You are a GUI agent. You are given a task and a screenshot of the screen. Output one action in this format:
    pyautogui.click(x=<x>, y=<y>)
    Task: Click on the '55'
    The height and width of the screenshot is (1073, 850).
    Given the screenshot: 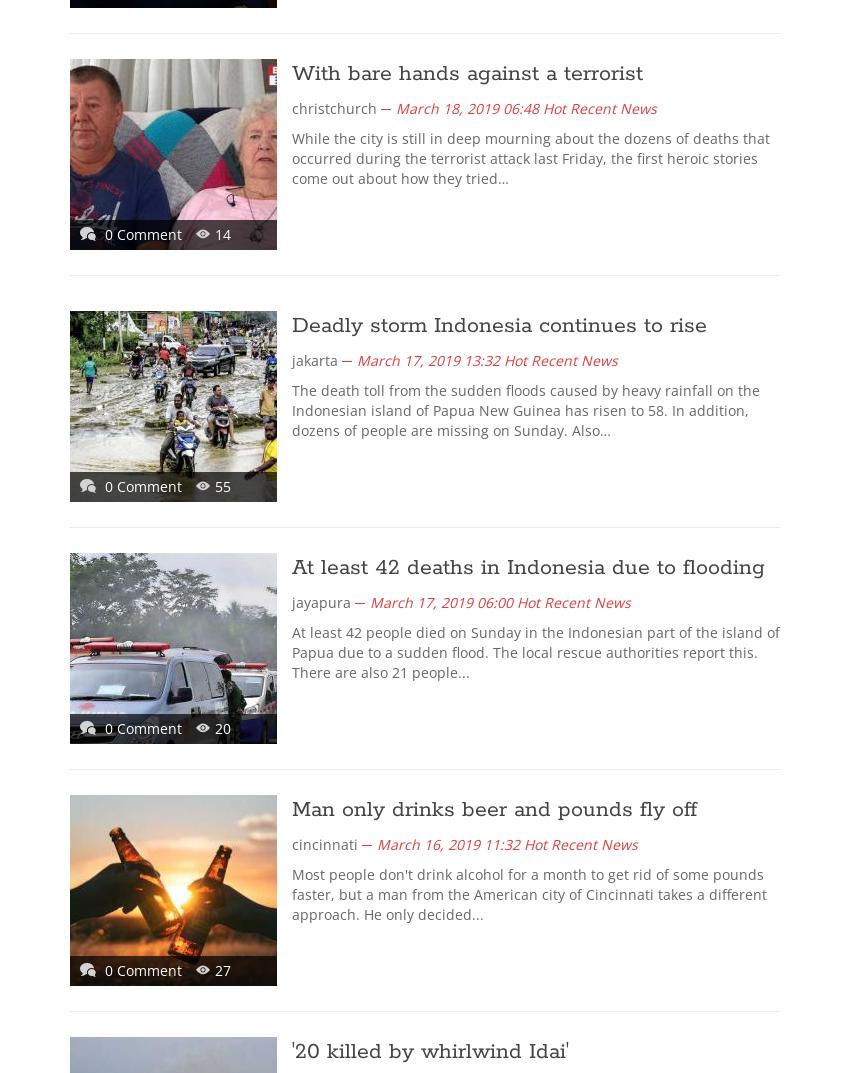 What is the action you would take?
    pyautogui.click(x=223, y=485)
    